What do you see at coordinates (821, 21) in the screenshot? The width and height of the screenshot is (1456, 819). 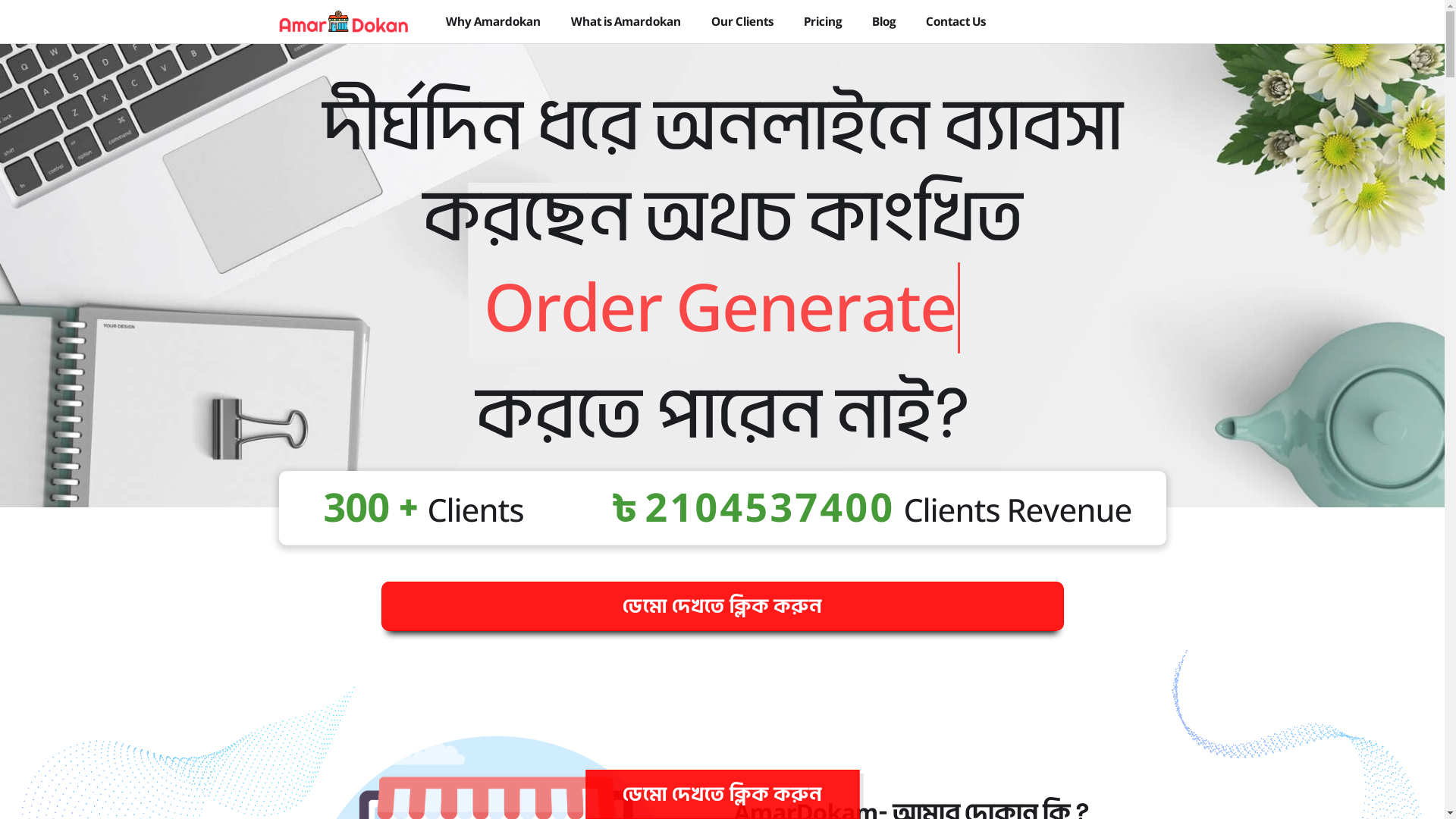 I see `'Pricing'` at bounding box center [821, 21].